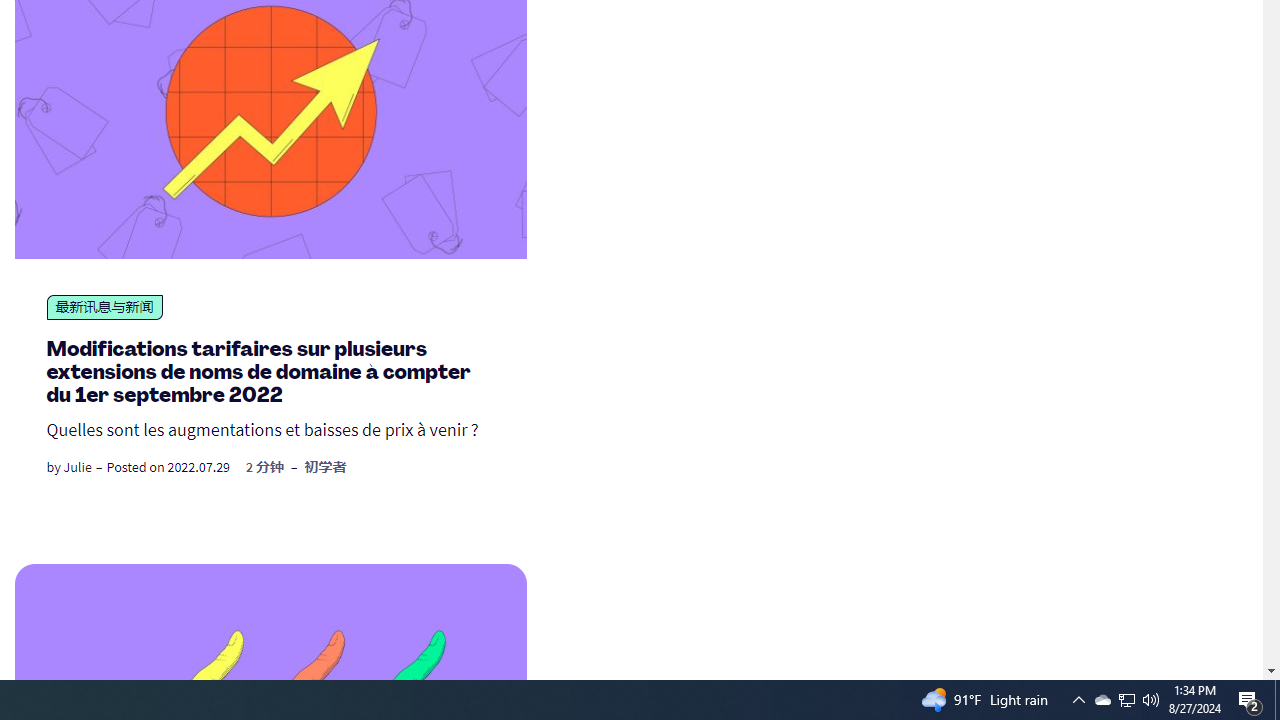  I want to click on 'Julie', so click(77, 467).